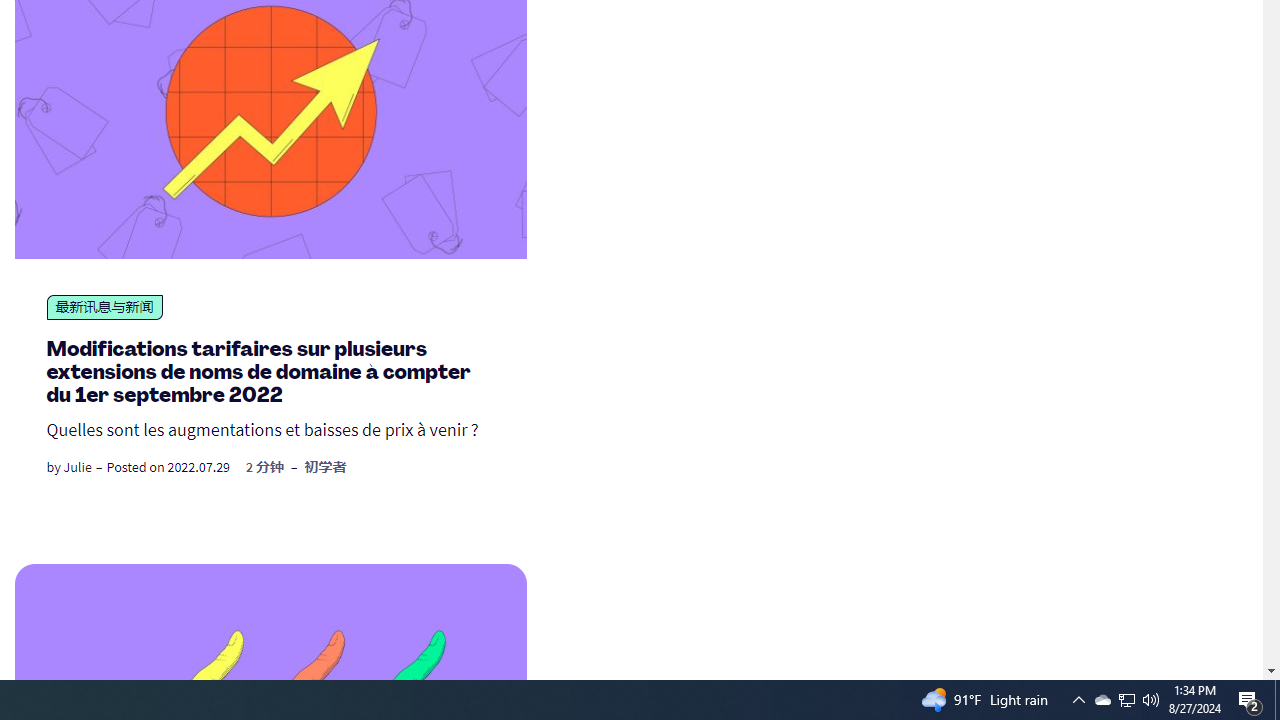  I want to click on 'Julie', so click(77, 467).